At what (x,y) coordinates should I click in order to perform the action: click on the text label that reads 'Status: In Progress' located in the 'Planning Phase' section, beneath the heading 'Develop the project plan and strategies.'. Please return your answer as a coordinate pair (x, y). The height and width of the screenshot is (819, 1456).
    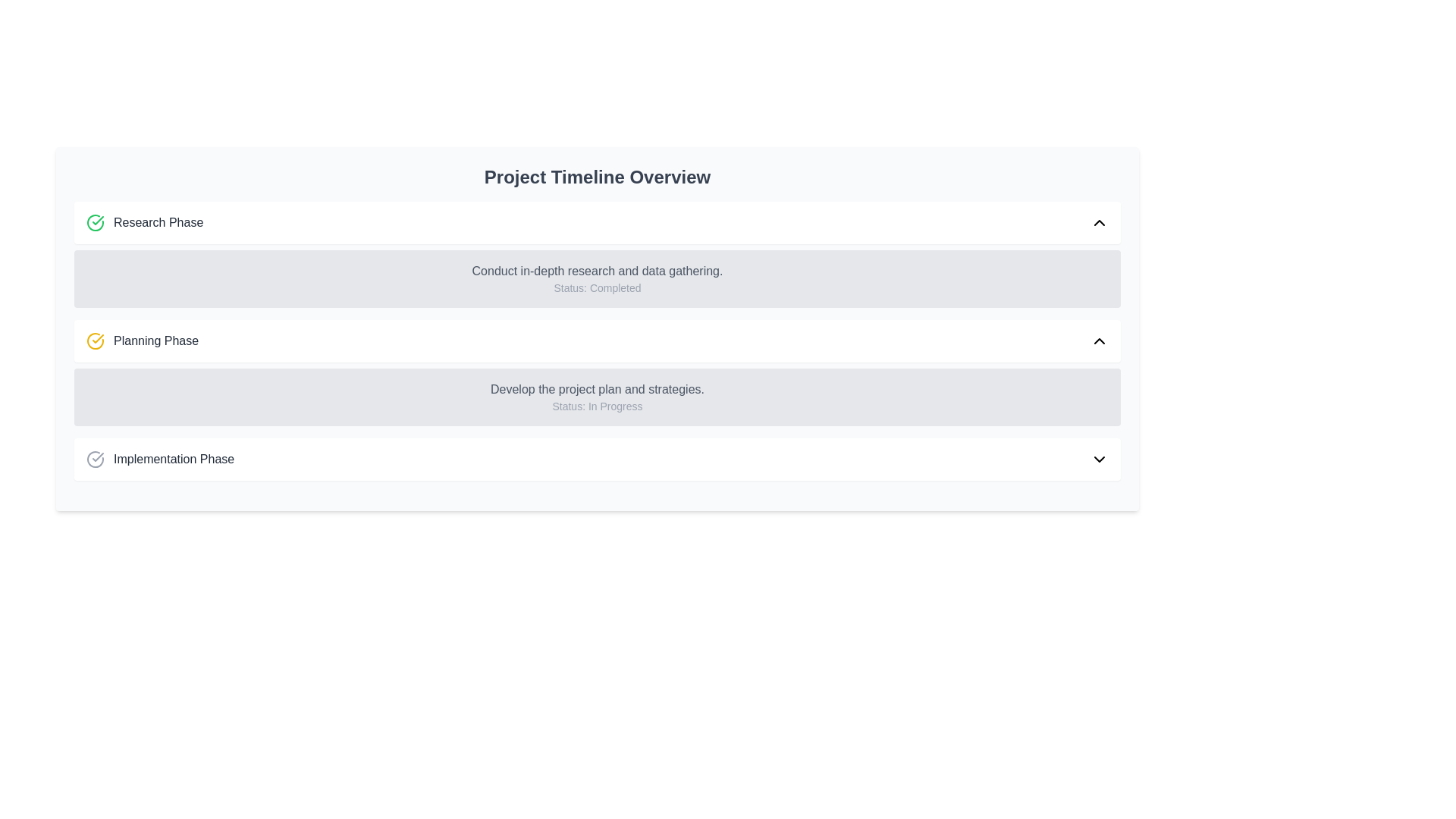
    Looking at the image, I should click on (596, 406).